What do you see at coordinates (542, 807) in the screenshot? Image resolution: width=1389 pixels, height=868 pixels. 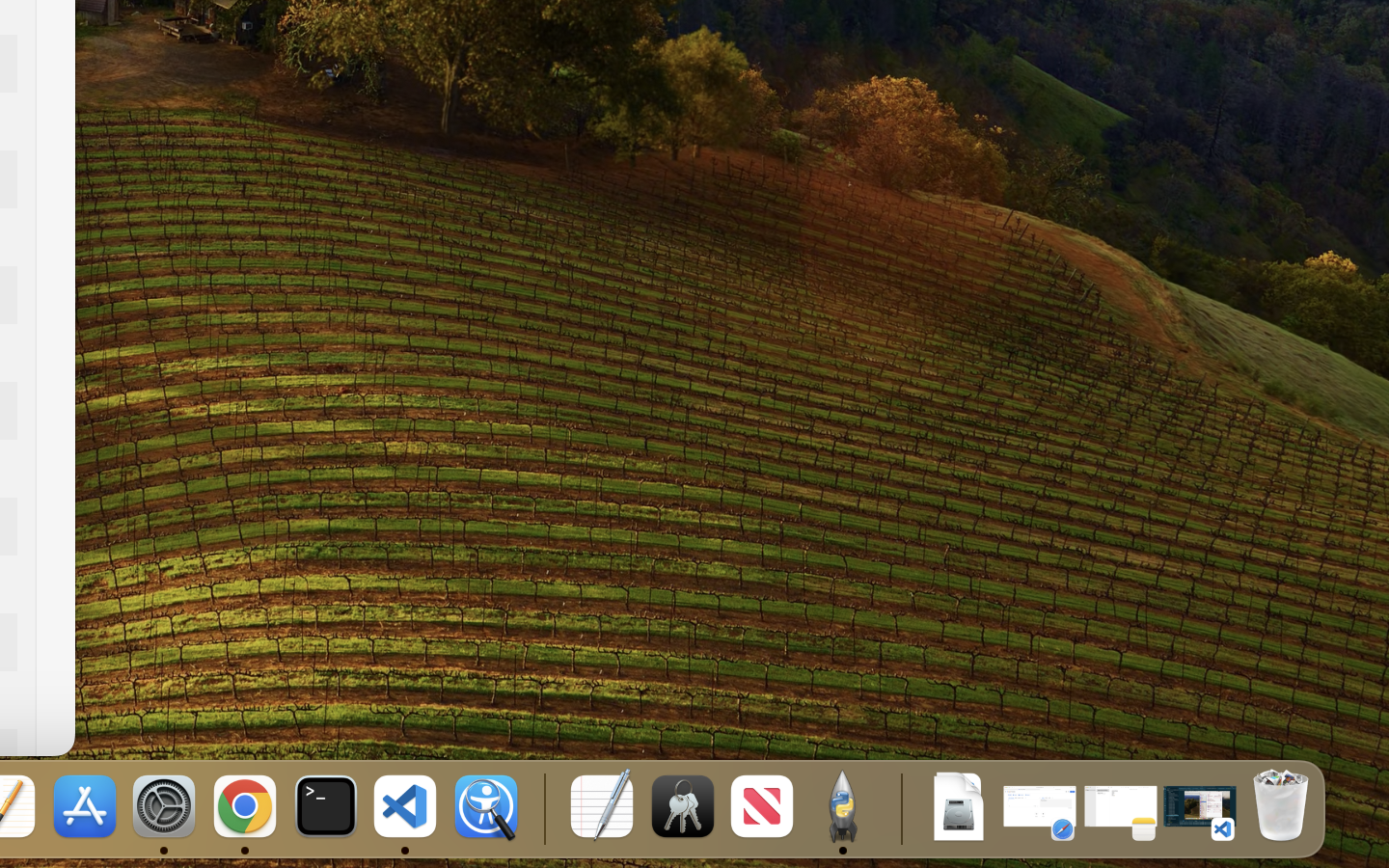 I see `'0.4285714328289032'` at bounding box center [542, 807].